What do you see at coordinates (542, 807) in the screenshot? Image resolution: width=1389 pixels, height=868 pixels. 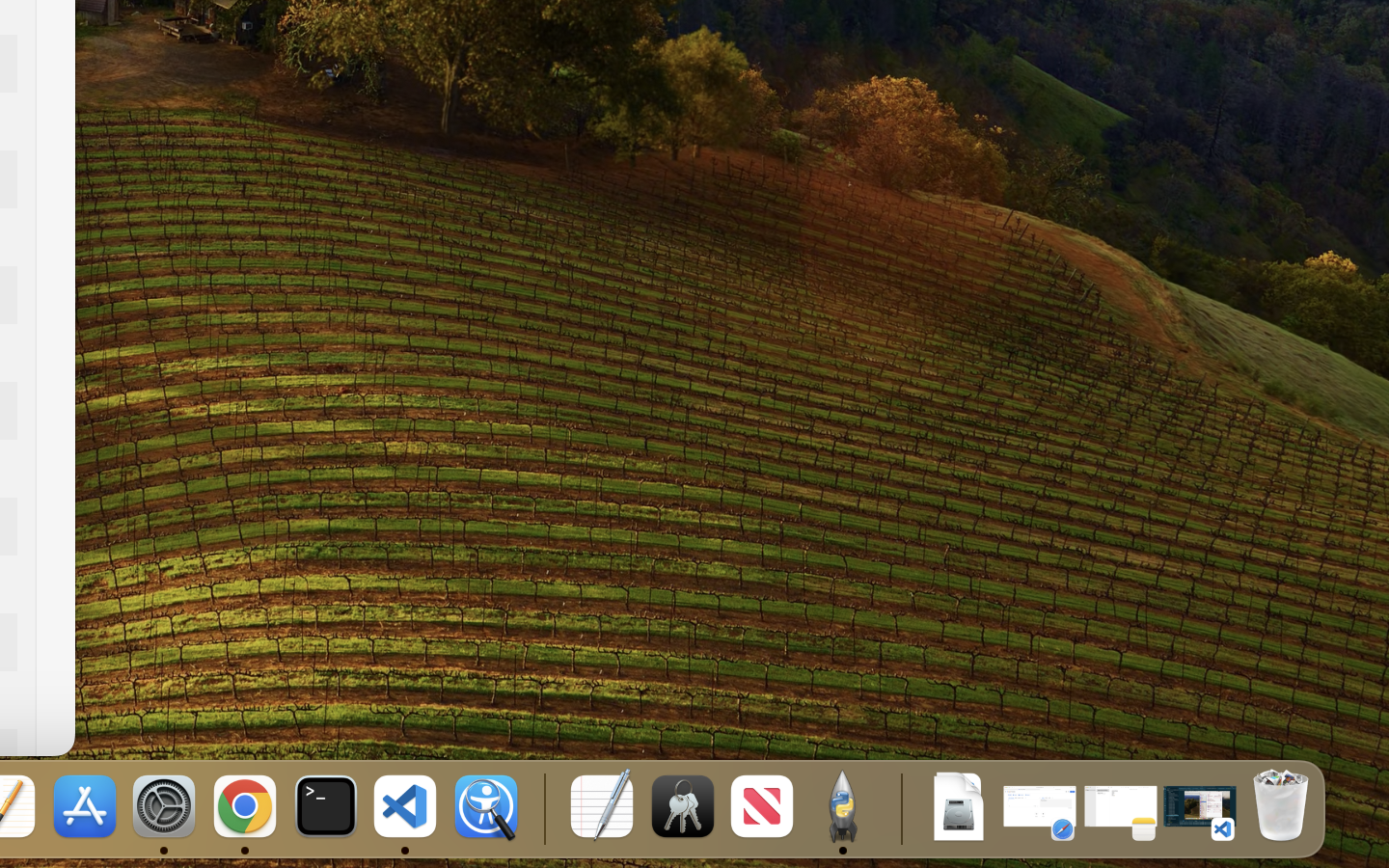 I see `'0.4285714328289032'` at bounding box center [542, 807].